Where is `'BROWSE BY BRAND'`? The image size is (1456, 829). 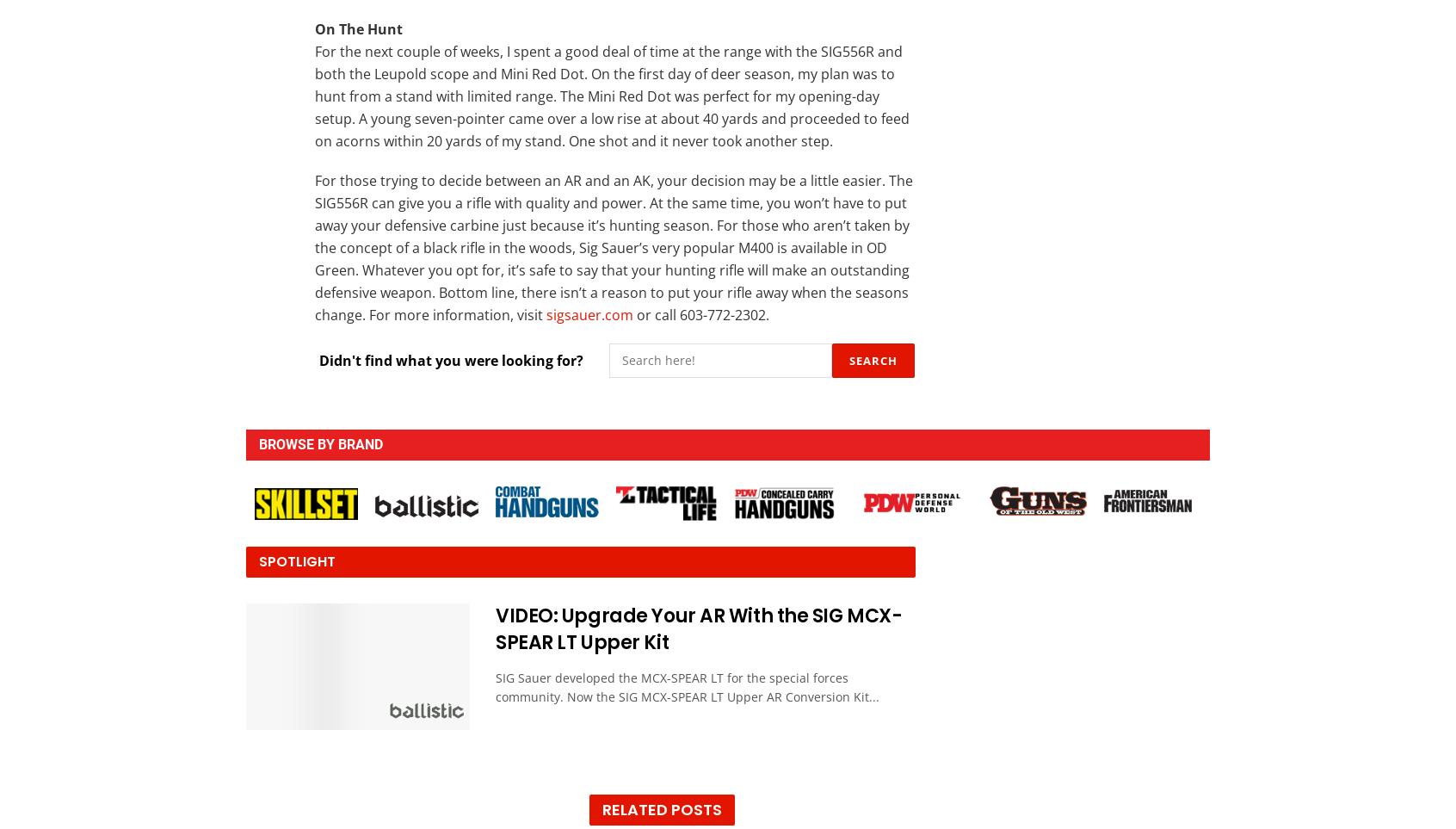 'BROWSE BY BRAND' is located at coordinates (320, 443).